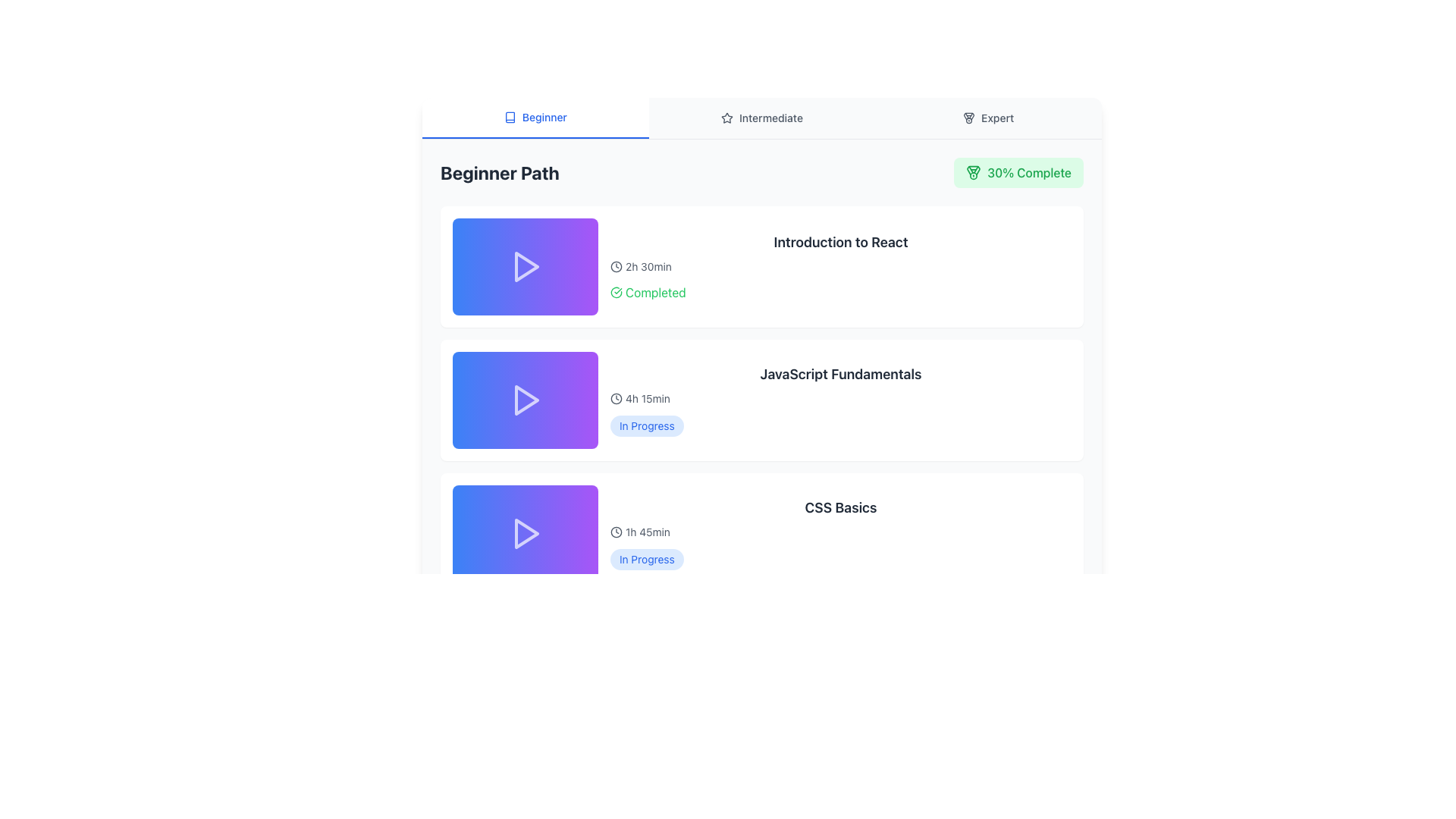 The width and height of the screenshot is (1456, 819). I want to click on the second course entry card in the vertical list, which provides an overview of the course topic including title, duration, and progress status, so click(839, 400).